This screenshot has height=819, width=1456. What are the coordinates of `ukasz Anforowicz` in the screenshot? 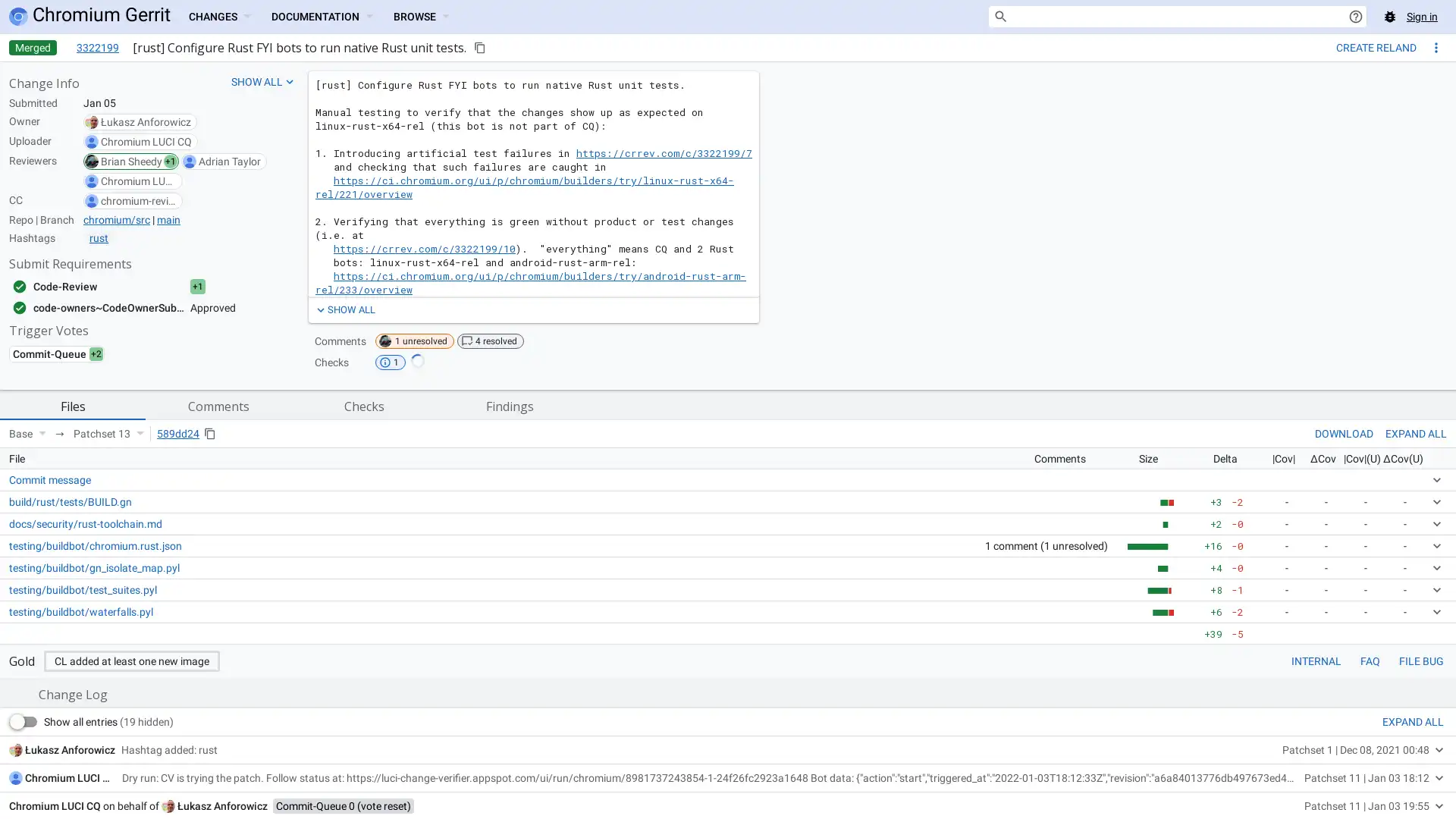 It's located at (146, 121).